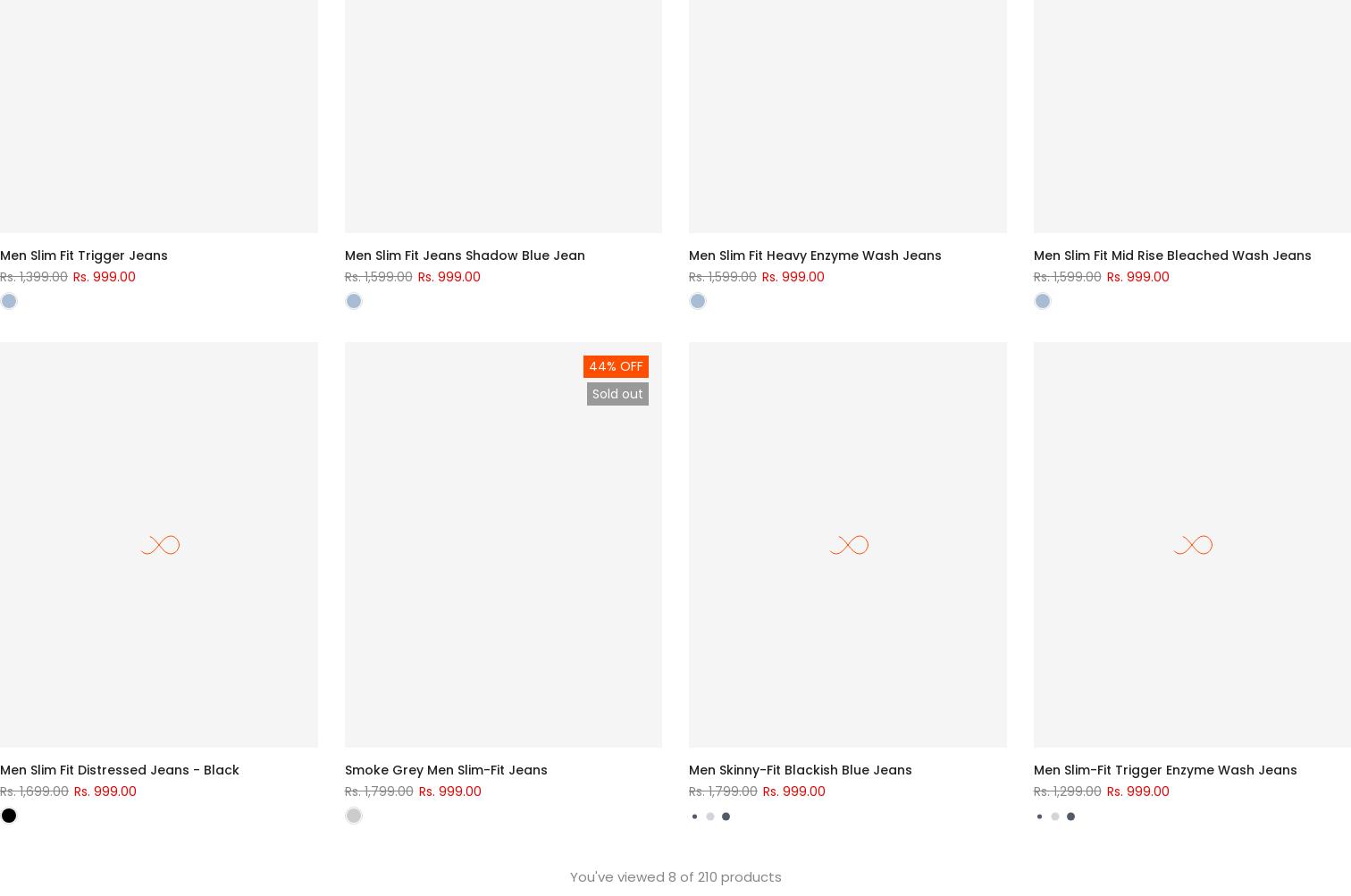 The width and height of the screenshot is (1351, 896). What do you see at coordinates (364, 794) in the screenshot?
I see `'Grey'` at bounding box center [364, 794].